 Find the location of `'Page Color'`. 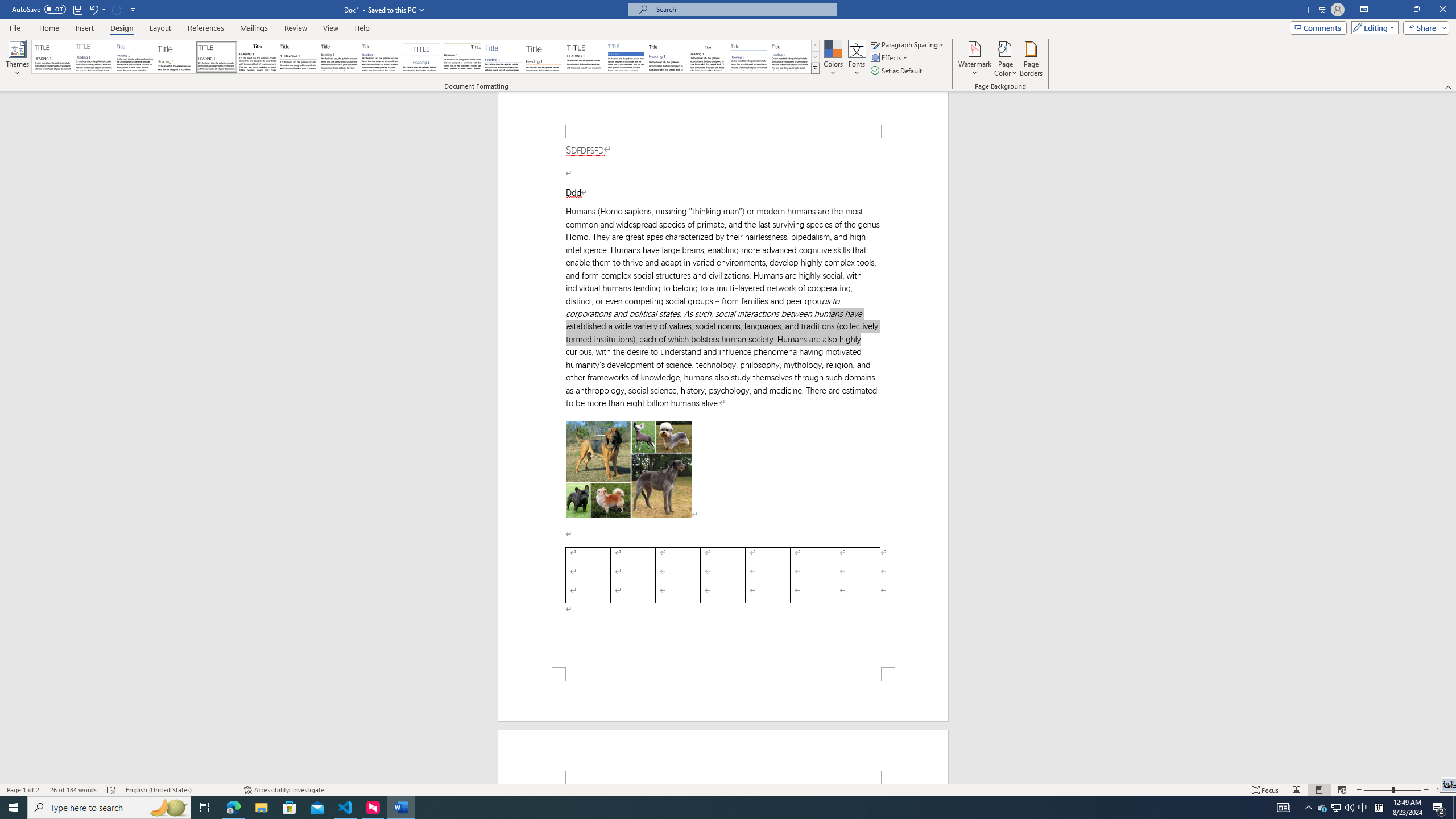

'Page Color' is located at coordinates (1006, 59).